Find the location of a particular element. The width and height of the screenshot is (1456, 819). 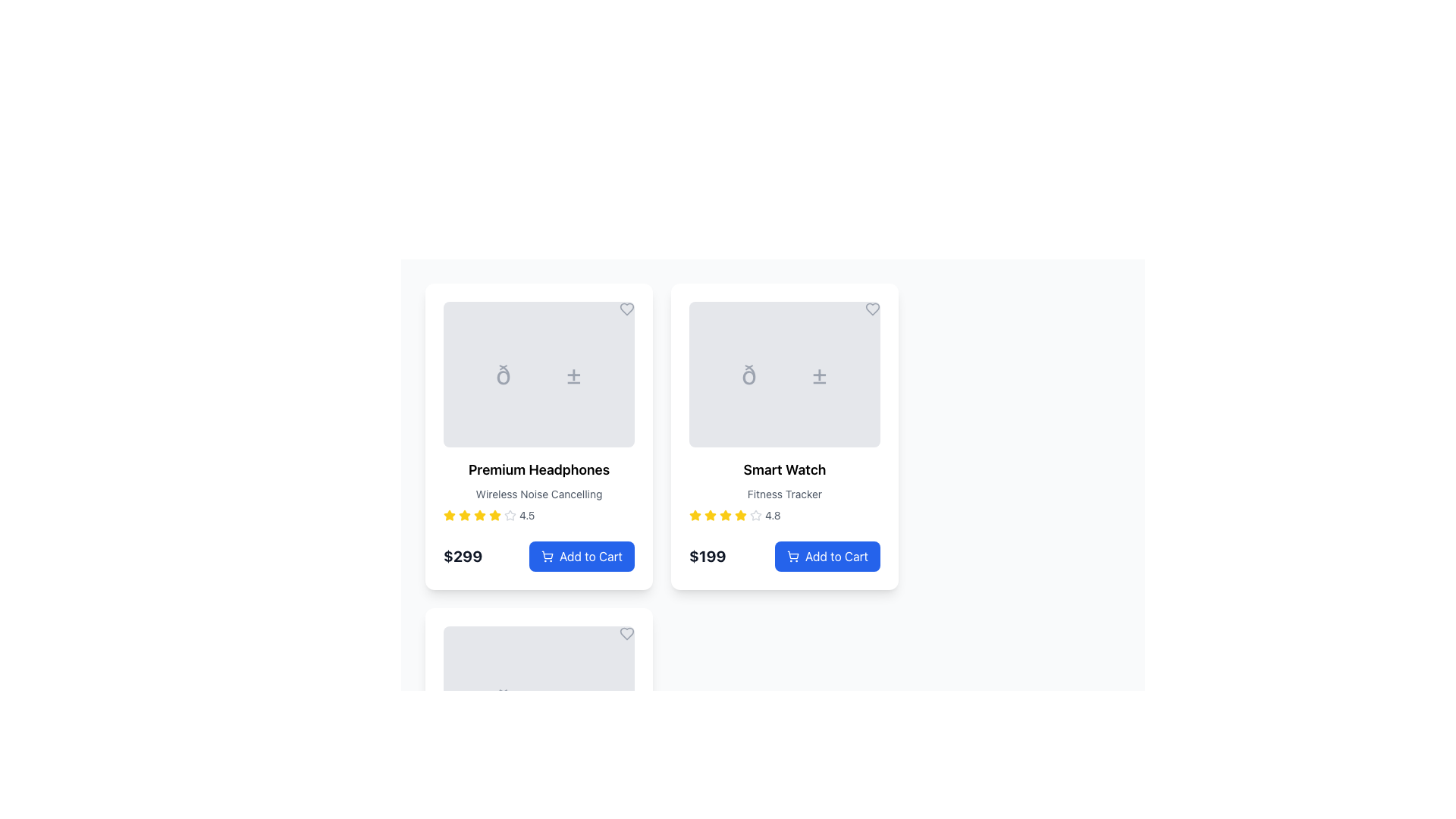

the heart-shaped icon in the top-right corner of the 'Premium Headphones' card, which represents a 'like' or 'favorite' action is located at coordinates (626, 309).